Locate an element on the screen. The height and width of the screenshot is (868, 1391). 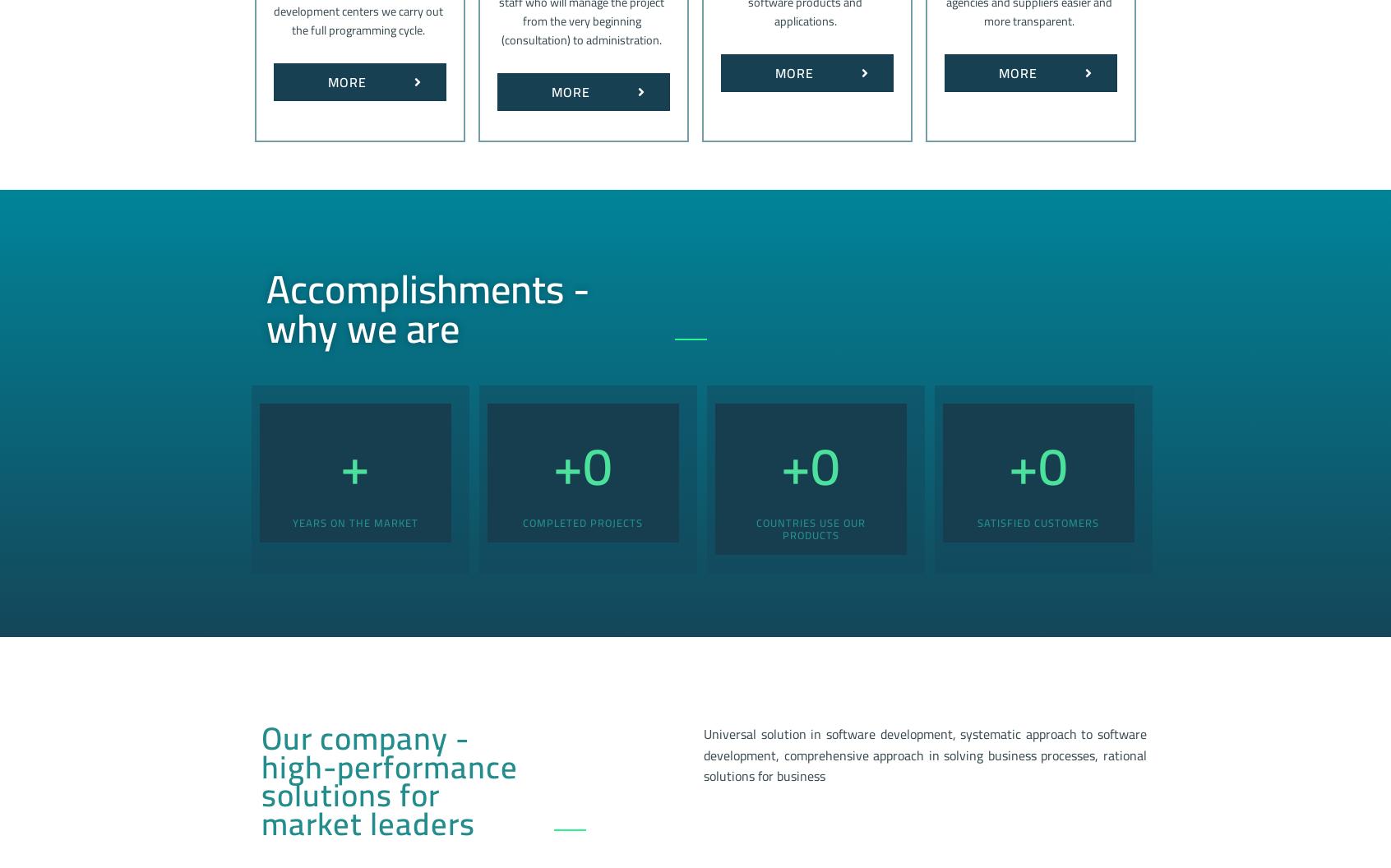
'years on the market' is located at coordinates (354, 520).